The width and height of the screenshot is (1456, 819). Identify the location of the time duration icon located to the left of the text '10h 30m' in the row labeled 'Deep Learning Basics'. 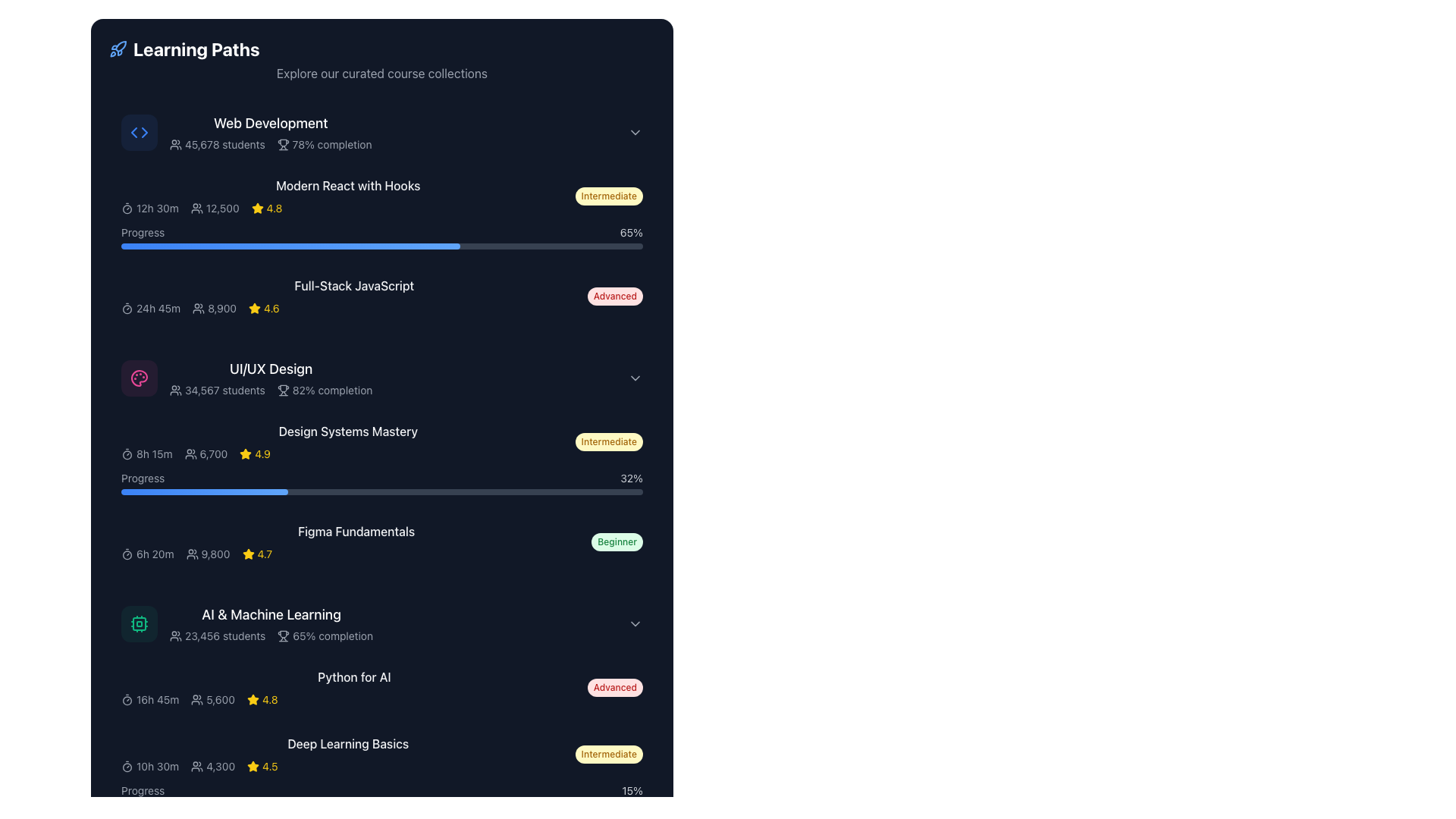
(127, 766).